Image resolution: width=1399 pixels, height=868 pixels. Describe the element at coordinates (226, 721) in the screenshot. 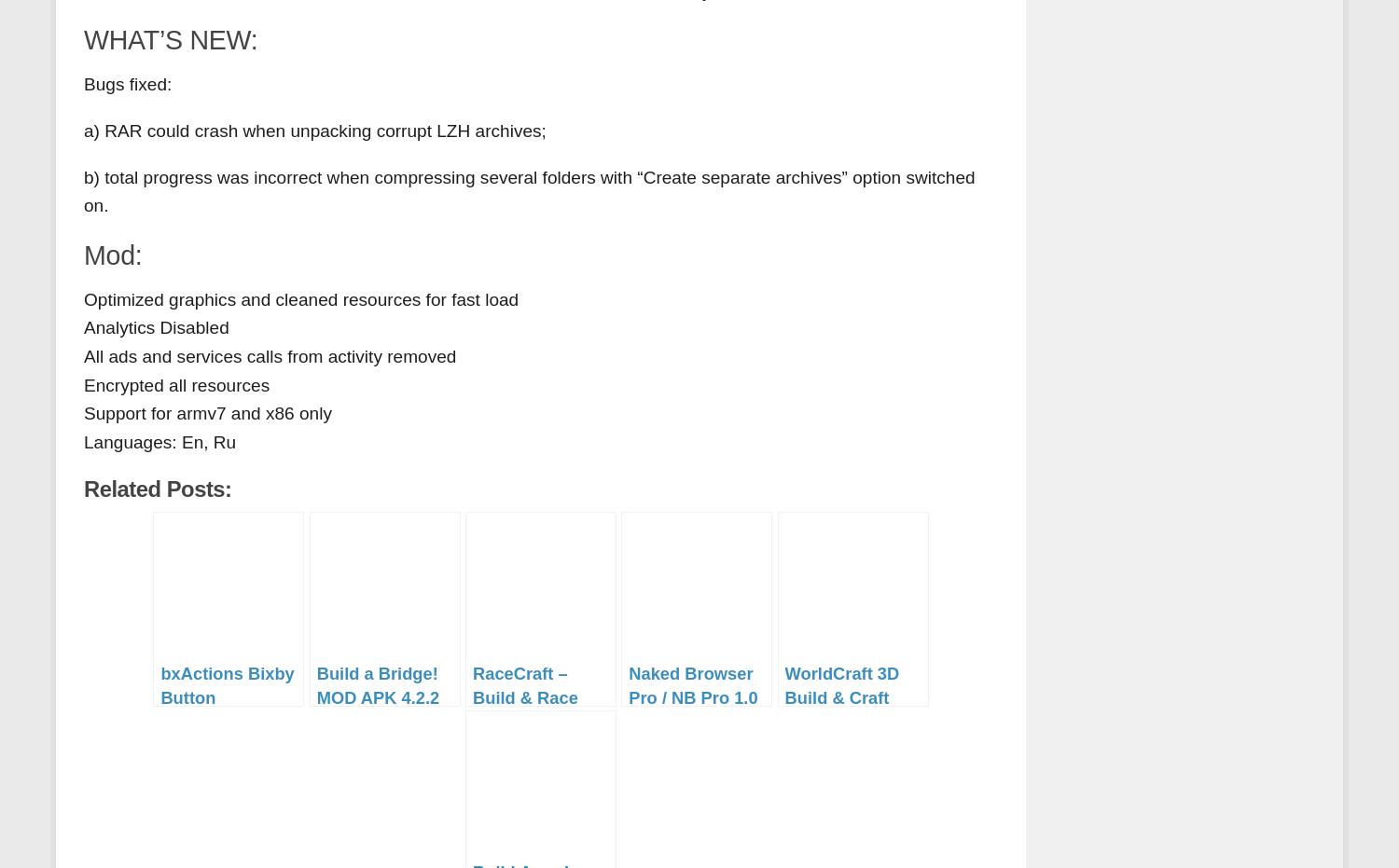

I see `'bxActions Bixby Button Remapper 6.05 build 370 Apk (Pro) Android'` at that location.